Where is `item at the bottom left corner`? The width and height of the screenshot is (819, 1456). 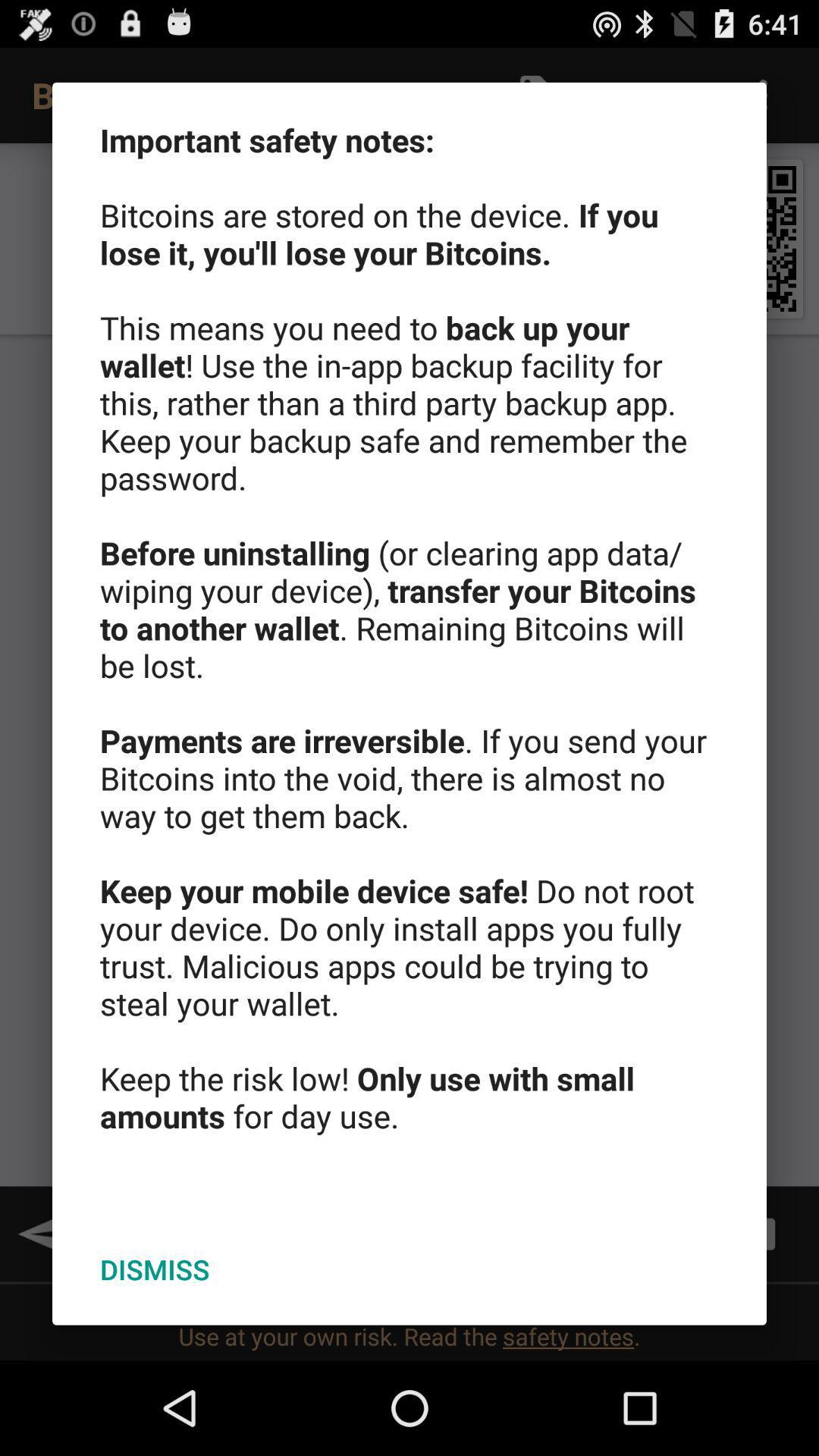
item at the bottom left corner is located at coordinates (155, 1269).